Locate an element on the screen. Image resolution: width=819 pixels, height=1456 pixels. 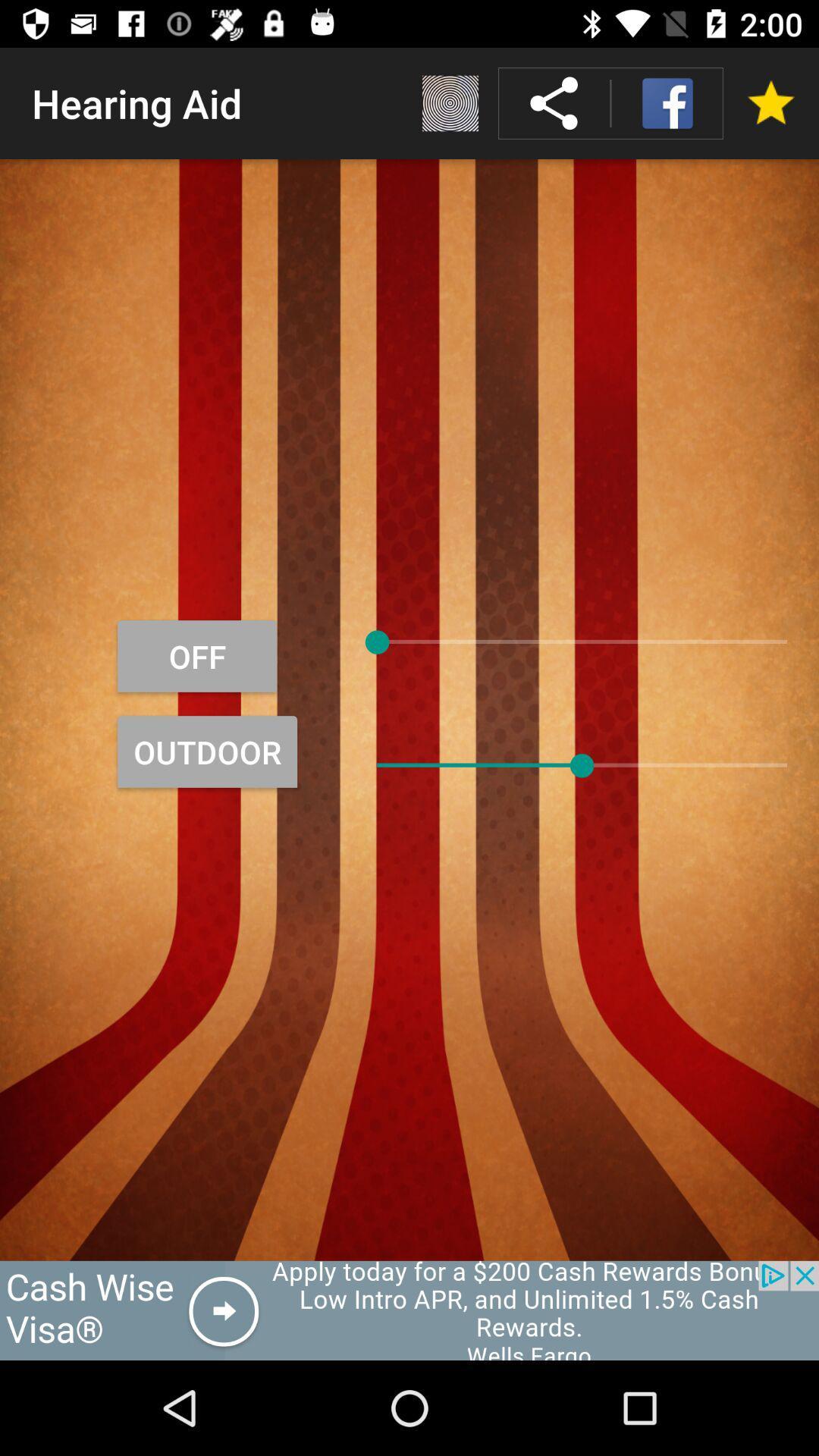
rewards advertisement window is located at coordinates (409, 1310).